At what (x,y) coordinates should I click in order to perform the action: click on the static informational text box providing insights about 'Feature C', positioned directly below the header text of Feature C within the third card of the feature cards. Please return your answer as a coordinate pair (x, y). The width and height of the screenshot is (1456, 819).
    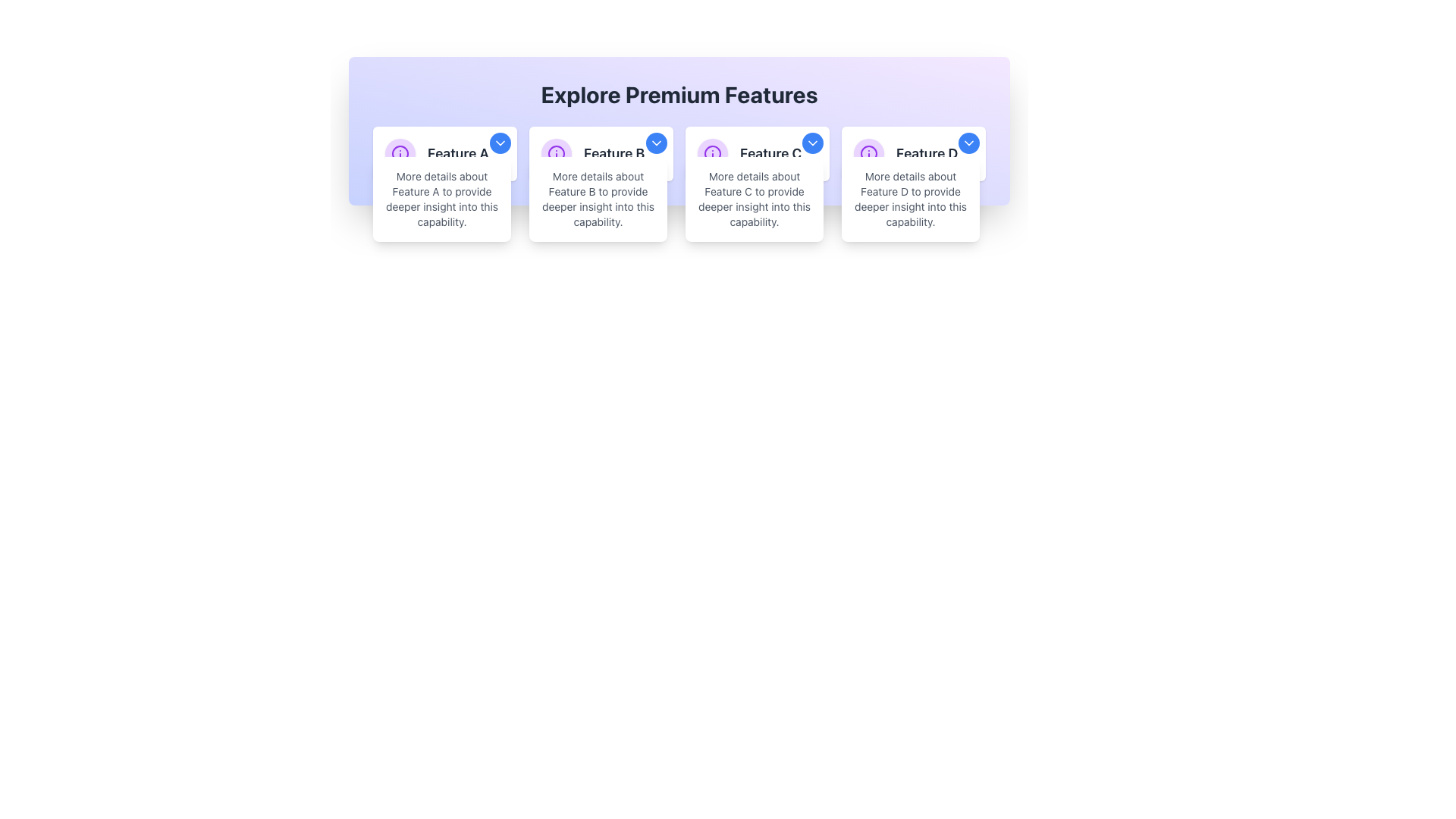
    Looking at the image, I should click on (754, 198).